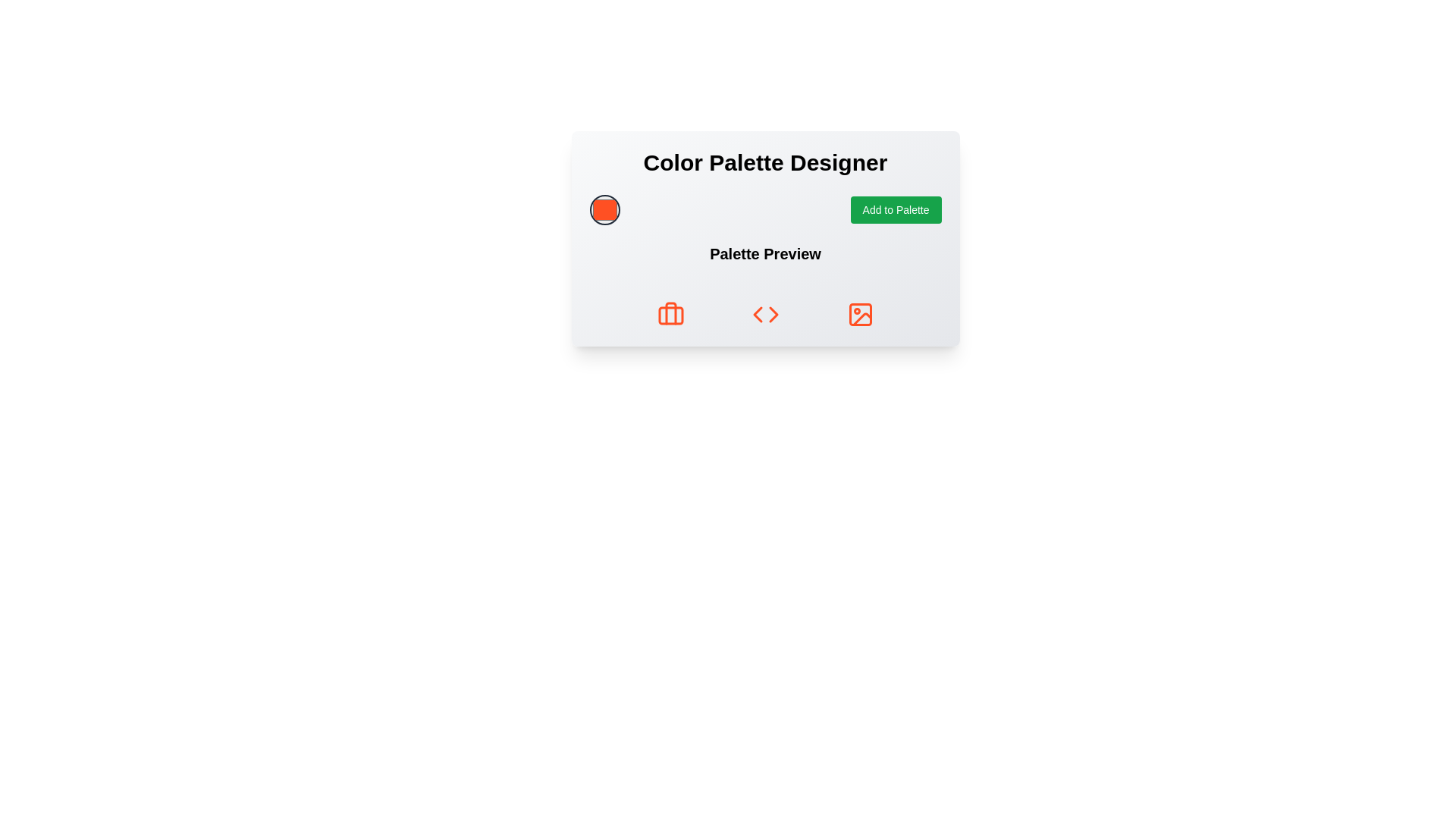 This screenshot has height=819, width=1456. I want to click on the decorative vector graphic inside the third icon from the left in the bottom row of icons, so click(861, 318).